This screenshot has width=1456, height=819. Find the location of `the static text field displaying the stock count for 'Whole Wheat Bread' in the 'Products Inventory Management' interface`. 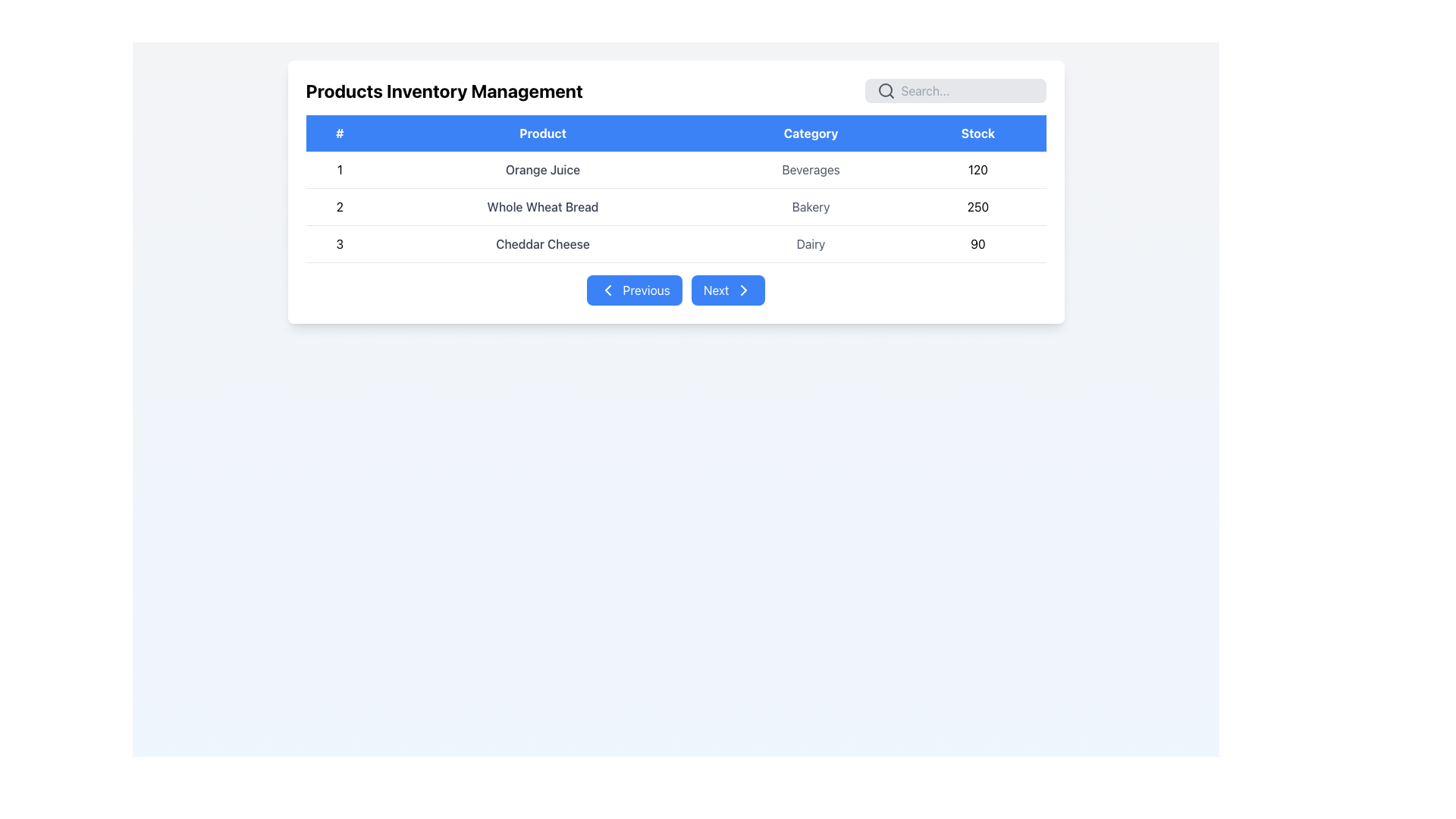

the static text field displaying the stock count for 'Whole Wheat Bread' in the 'Products Inventory Management' interface is located at coordinates (977, 207).